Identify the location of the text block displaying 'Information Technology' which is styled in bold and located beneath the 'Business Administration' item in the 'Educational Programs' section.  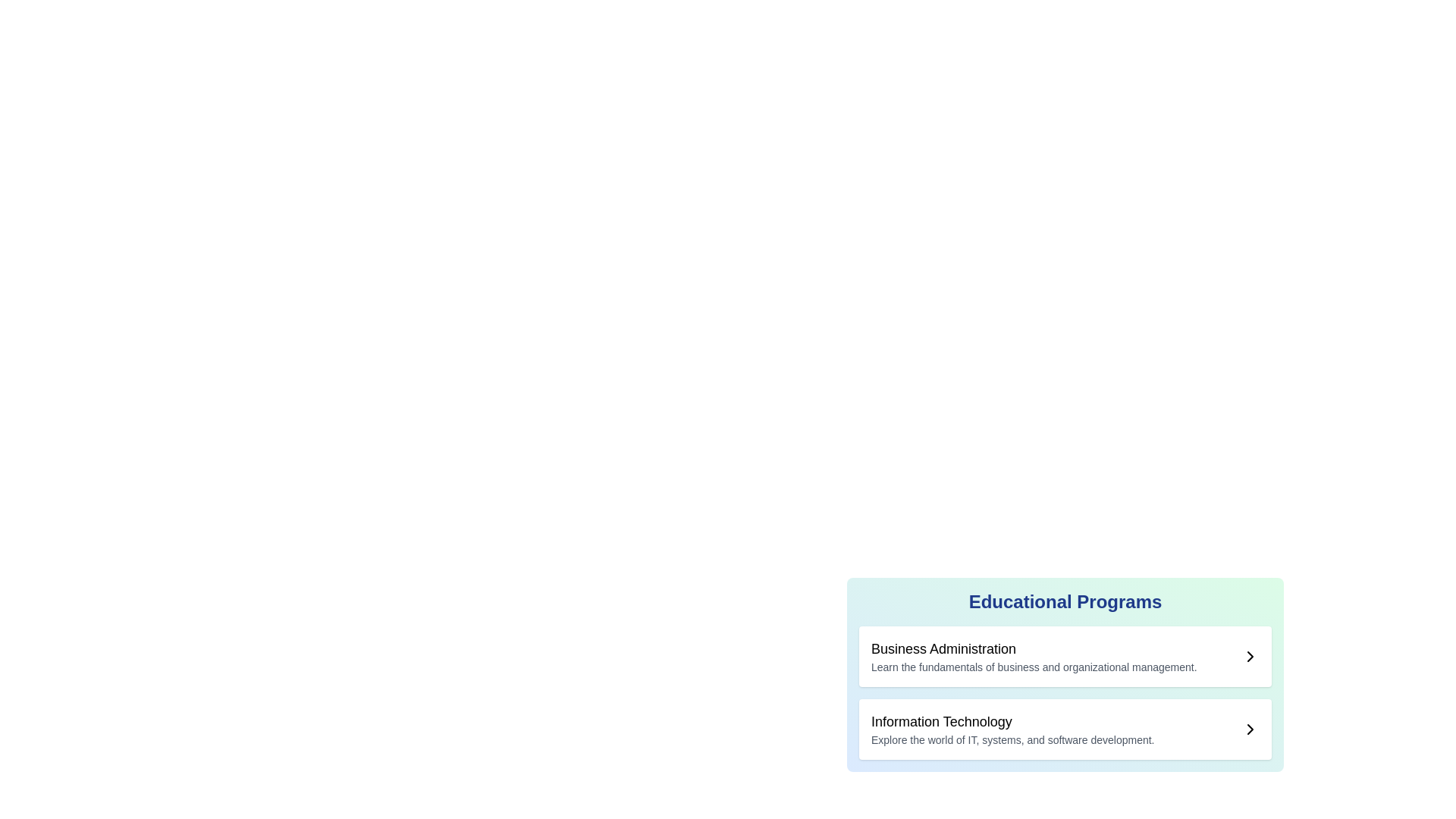
(1012, 728).